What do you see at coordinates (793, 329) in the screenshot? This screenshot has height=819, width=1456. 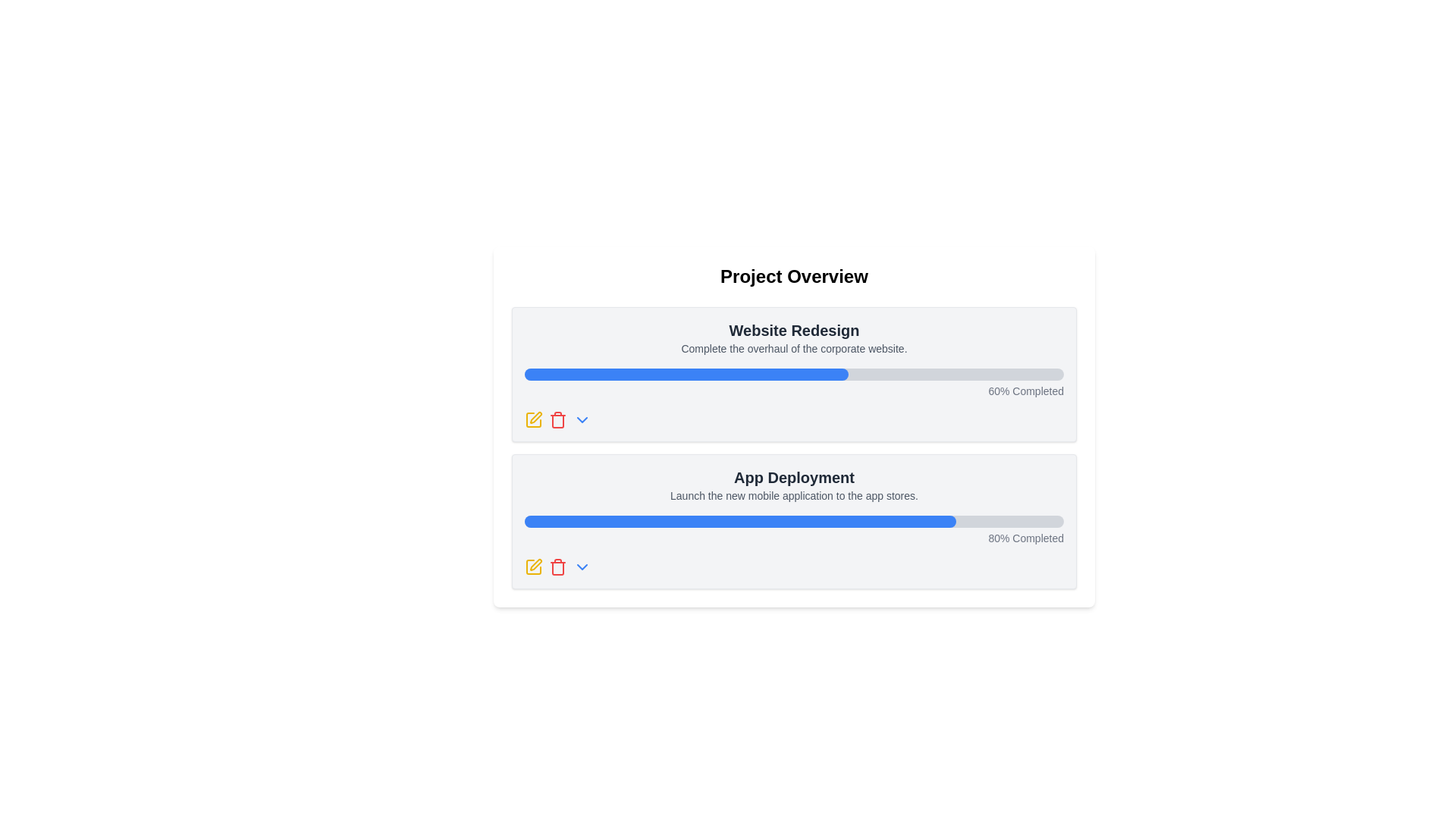 I see `the text label 'Website Redesign', which is styled in a larger bold font and dark gray color, centrally aligned under the main heading 'Project Overview'` at bounding box center [793, 329].